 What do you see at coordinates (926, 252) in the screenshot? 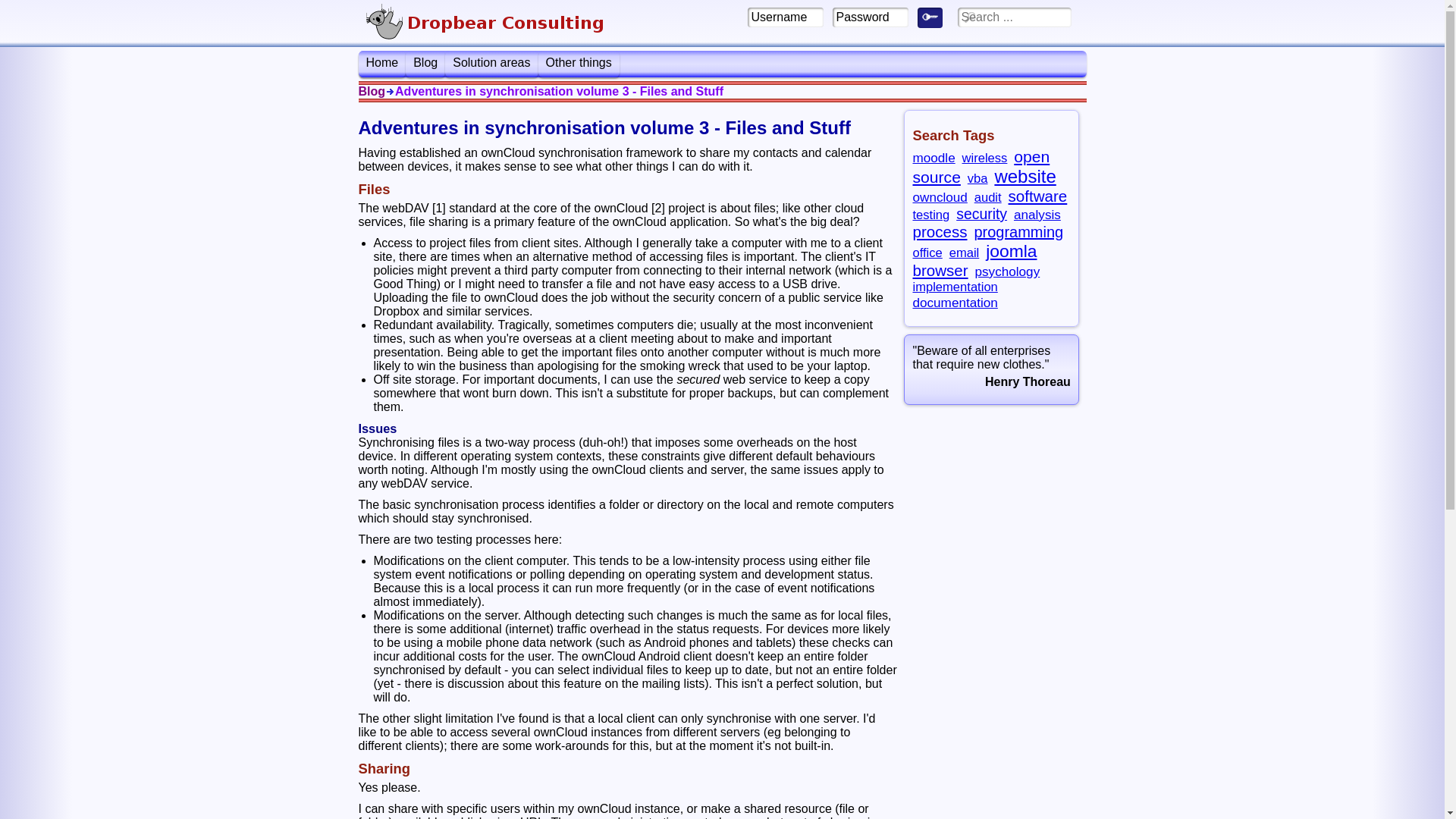
I see `'office'` at bounding box center [926, 252].